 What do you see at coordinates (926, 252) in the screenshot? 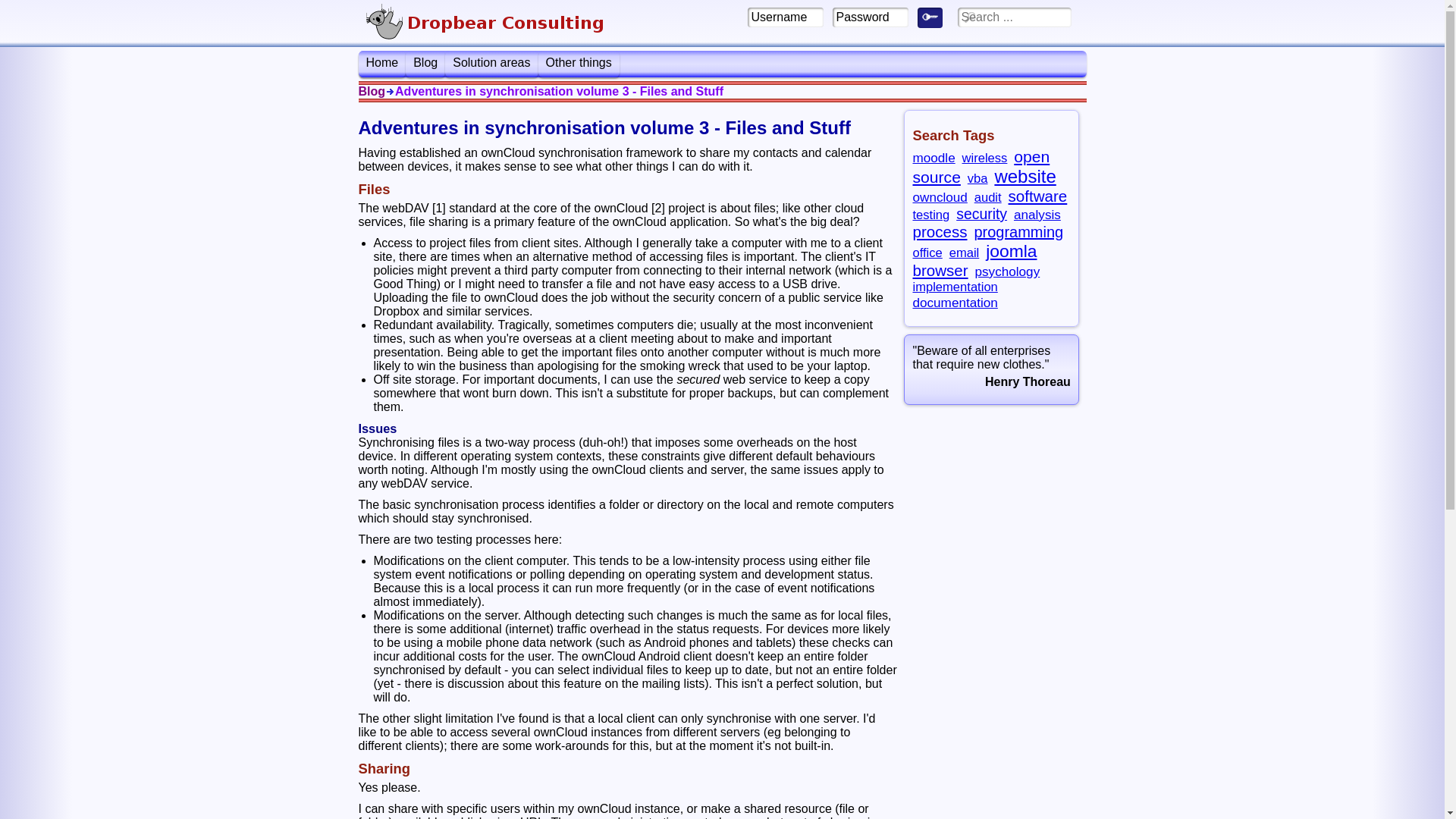
I see `'office'` at bounding box center [926, 252].